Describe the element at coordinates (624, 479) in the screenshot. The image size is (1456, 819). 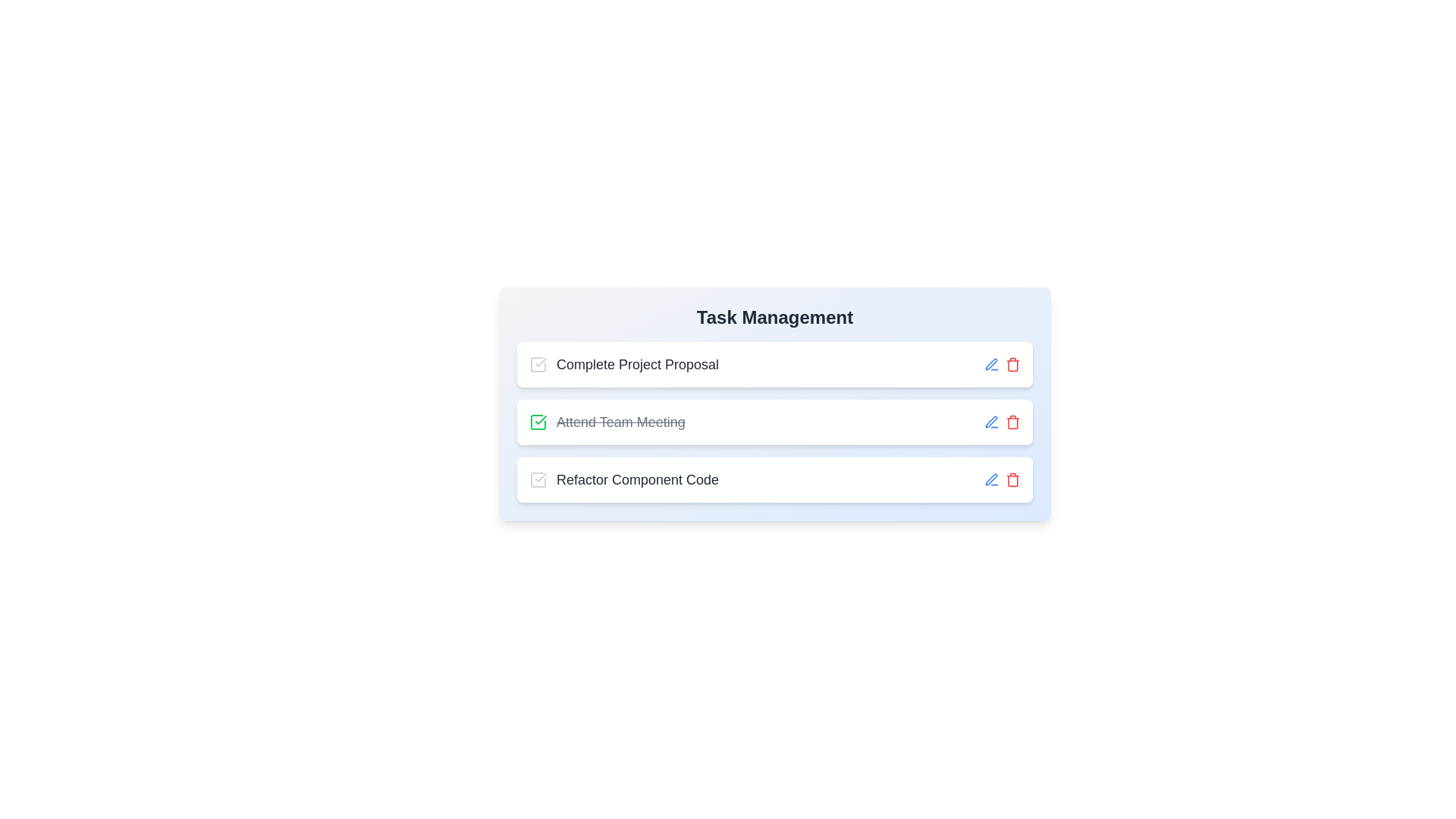
I see `the 'Refactor Component Code' text element in the Task Management section to mark it as selected` at that location.